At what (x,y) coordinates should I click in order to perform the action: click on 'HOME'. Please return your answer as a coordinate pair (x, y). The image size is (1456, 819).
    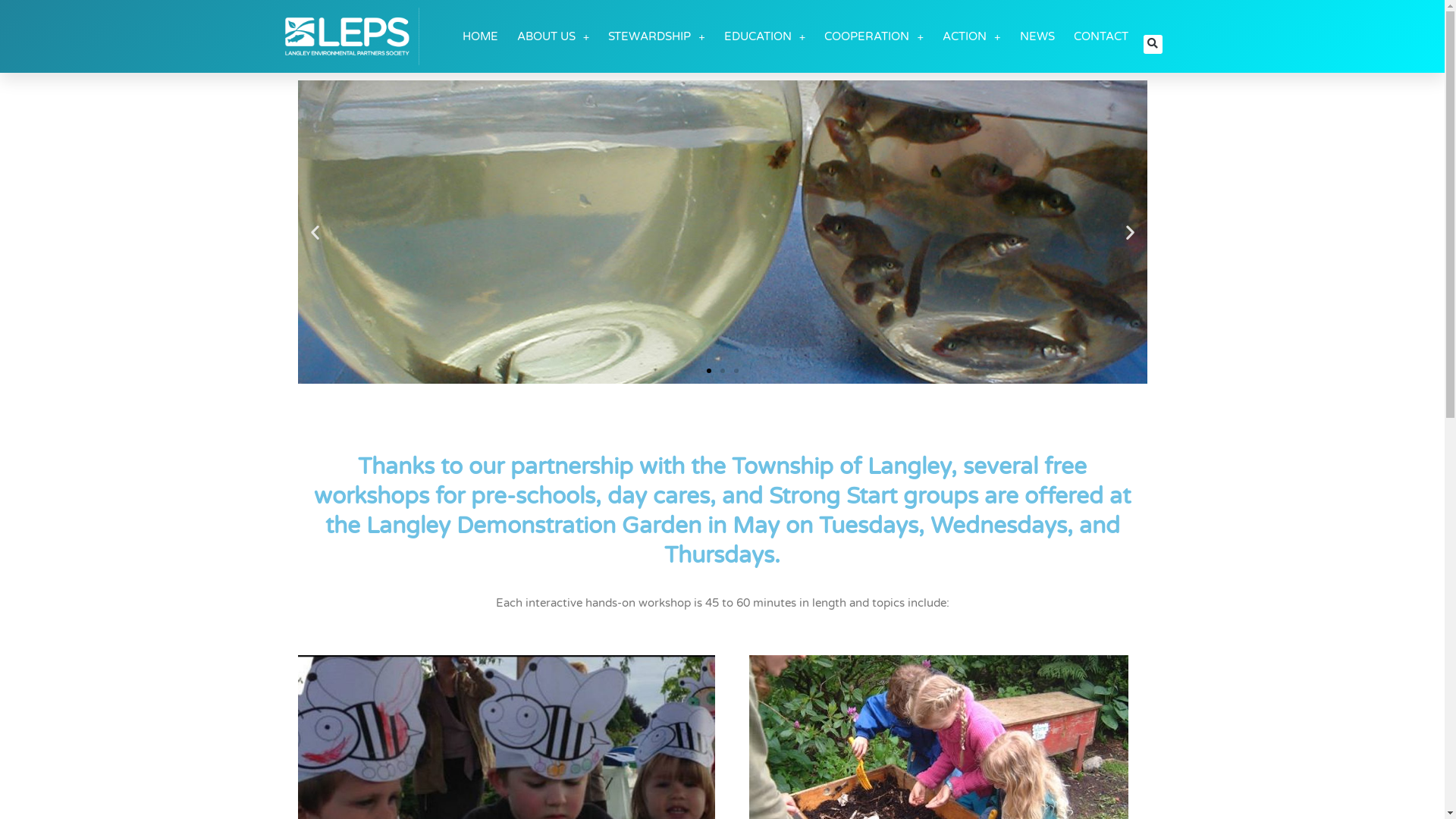
    Looking at the image, I should click on (479, 35).